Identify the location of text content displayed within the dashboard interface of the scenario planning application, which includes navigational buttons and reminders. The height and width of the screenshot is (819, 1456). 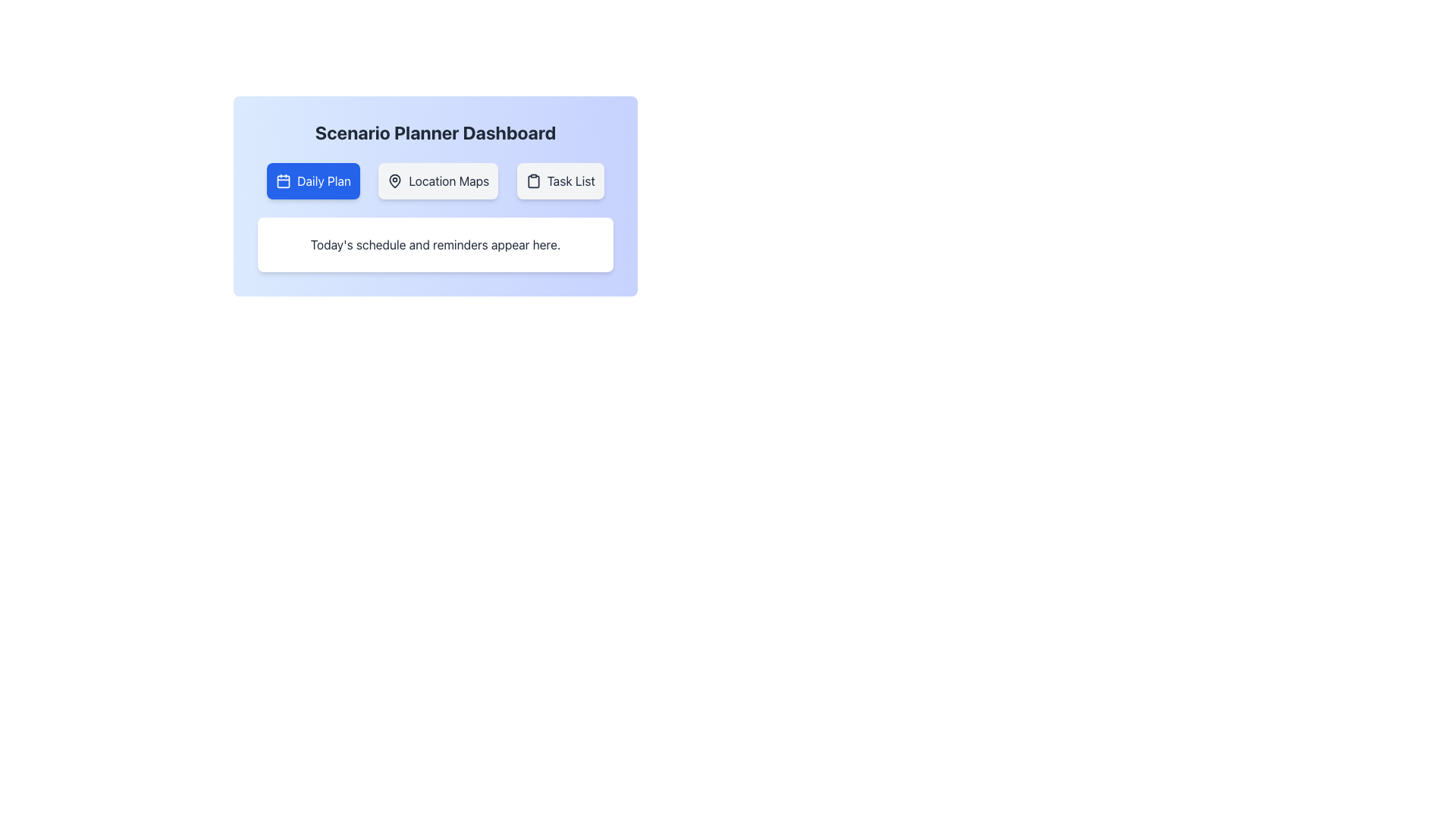
(435, 195).